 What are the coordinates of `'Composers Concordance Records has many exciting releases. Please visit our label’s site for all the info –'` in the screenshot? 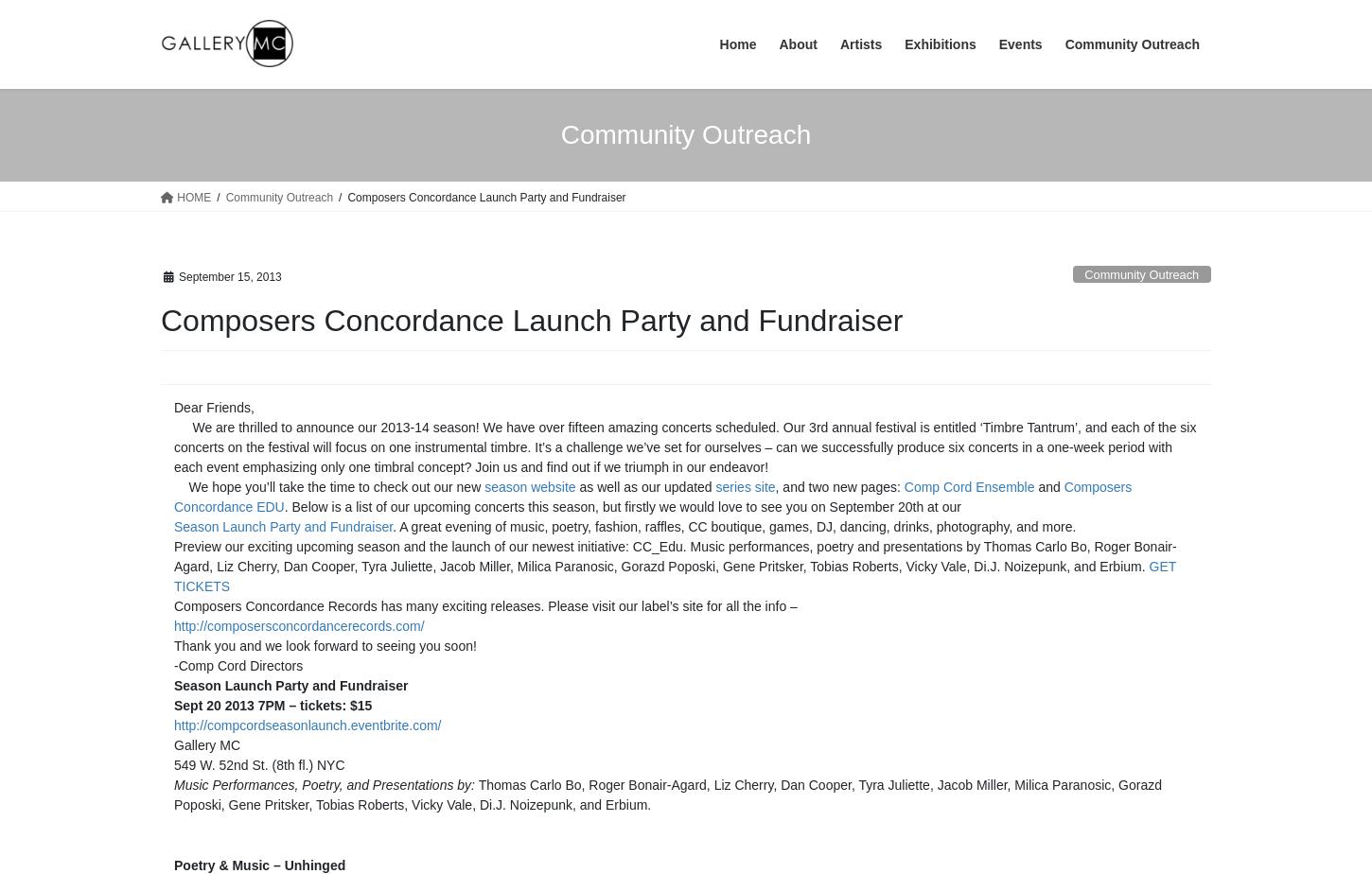 It's located at (485, 604).